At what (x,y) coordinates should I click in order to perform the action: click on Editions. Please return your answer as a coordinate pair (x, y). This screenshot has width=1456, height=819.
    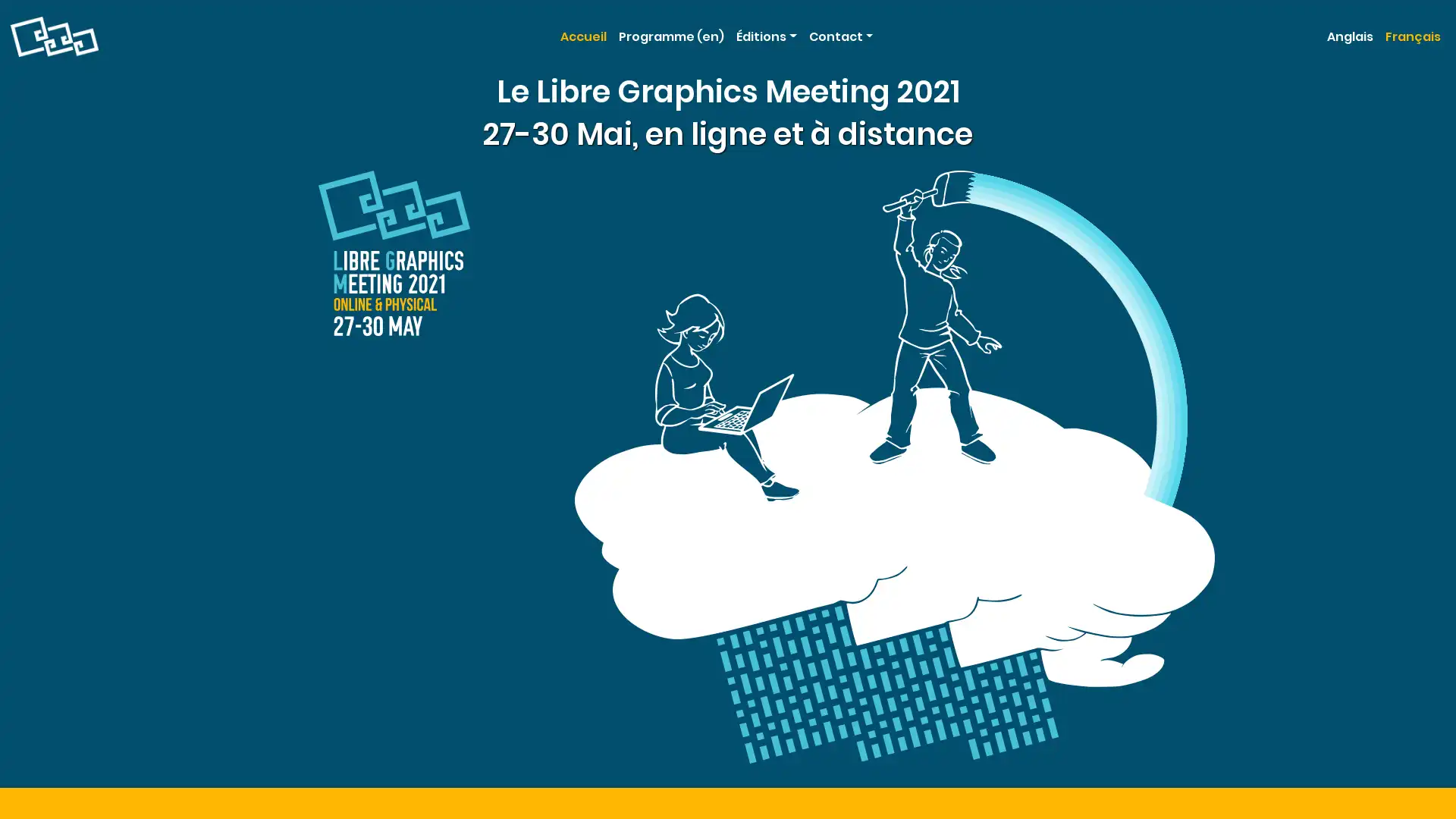
    Looking at the image, I should click on (765, 35).